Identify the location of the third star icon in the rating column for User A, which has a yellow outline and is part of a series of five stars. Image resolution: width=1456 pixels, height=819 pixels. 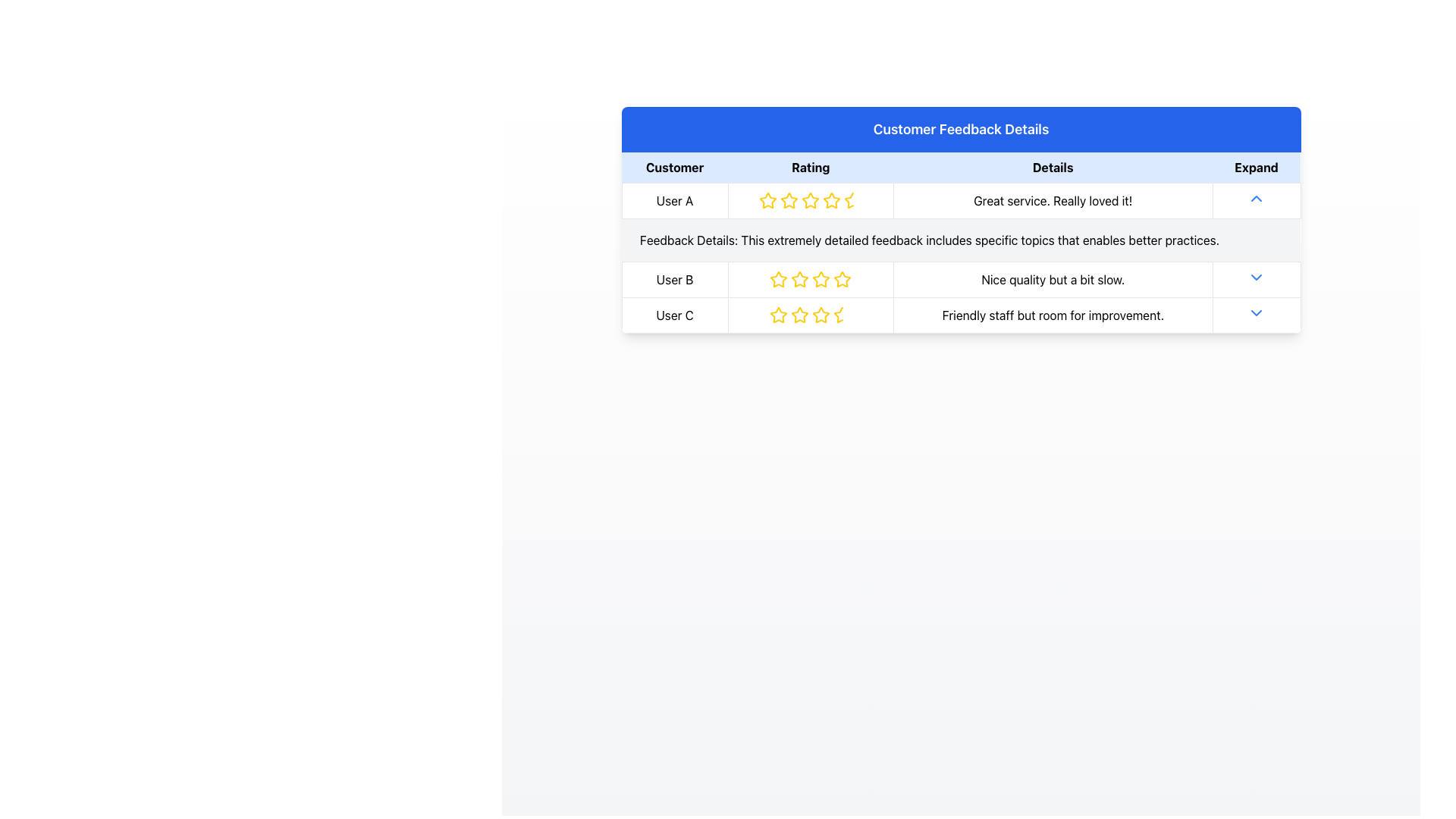
(810, 200).